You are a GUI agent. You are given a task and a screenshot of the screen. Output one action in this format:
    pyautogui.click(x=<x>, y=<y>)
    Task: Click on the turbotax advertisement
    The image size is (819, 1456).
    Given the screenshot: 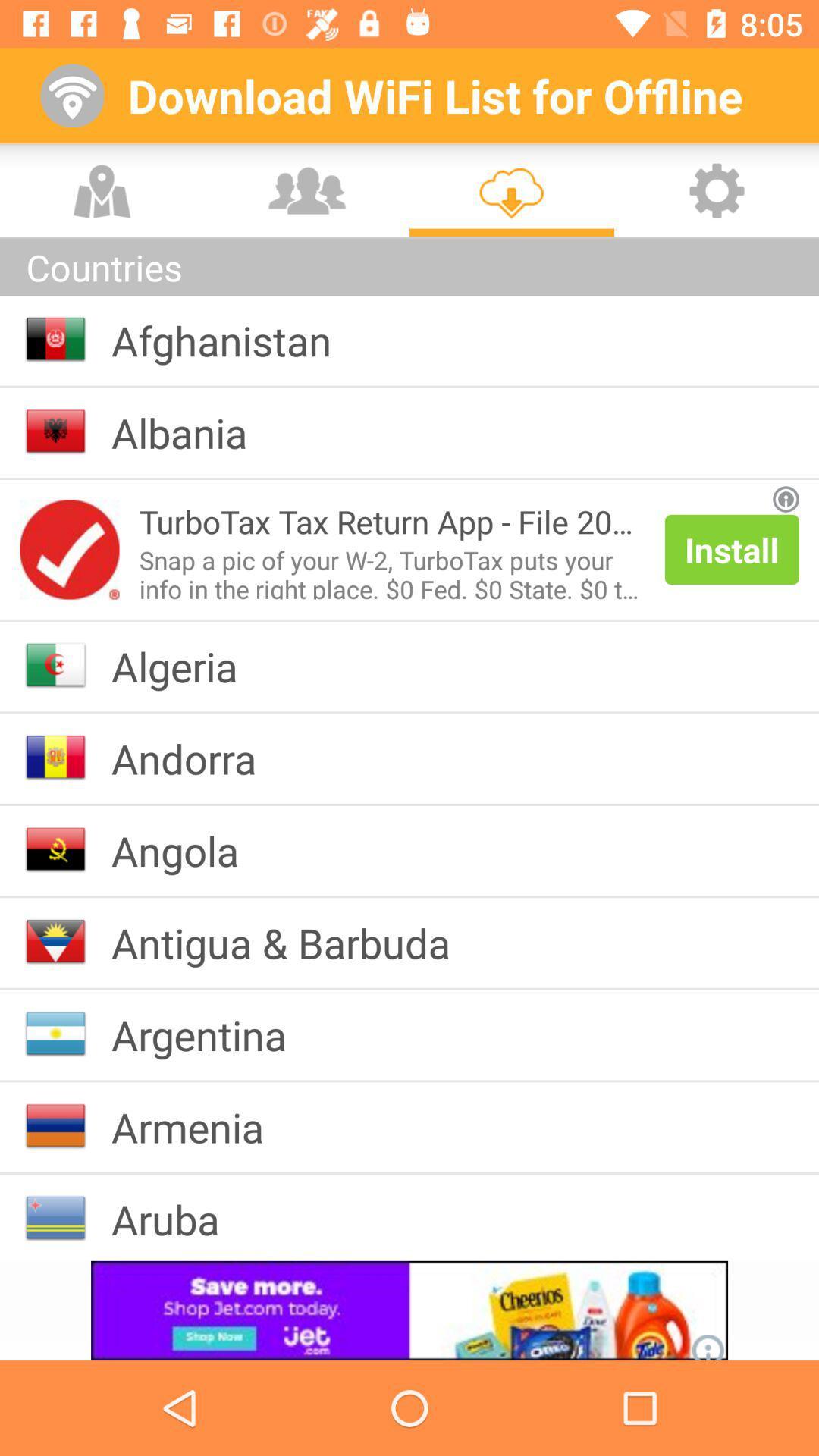 What is the action you would take?
    pyautogui.click(x=69, y=548)
    